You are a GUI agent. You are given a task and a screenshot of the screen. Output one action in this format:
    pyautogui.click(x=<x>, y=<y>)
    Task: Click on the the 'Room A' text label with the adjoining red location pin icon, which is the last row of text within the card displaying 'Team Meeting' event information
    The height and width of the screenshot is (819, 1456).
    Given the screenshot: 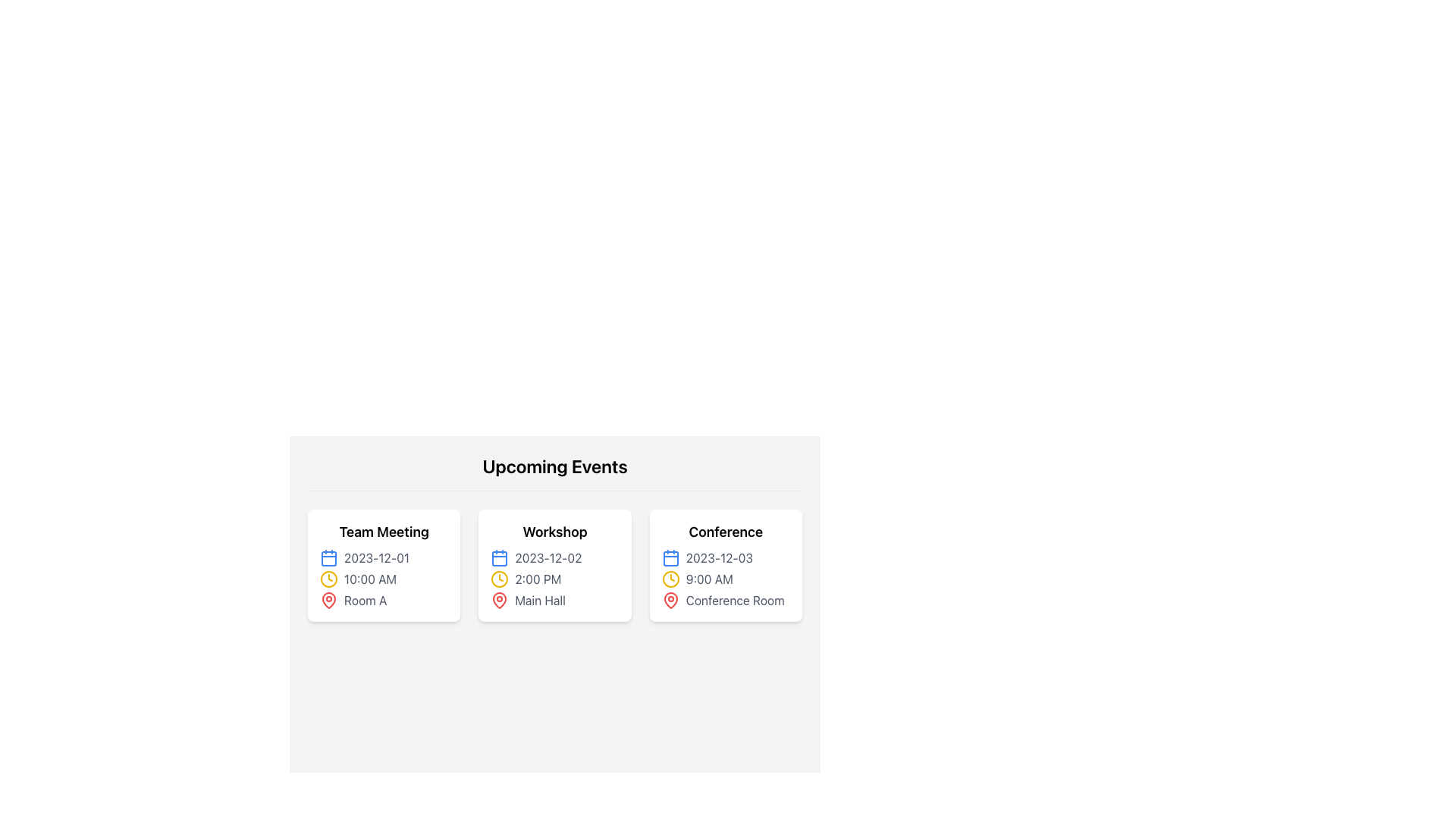 What is the action you would take?
    pyautogui.click(x=384, y=599)
    